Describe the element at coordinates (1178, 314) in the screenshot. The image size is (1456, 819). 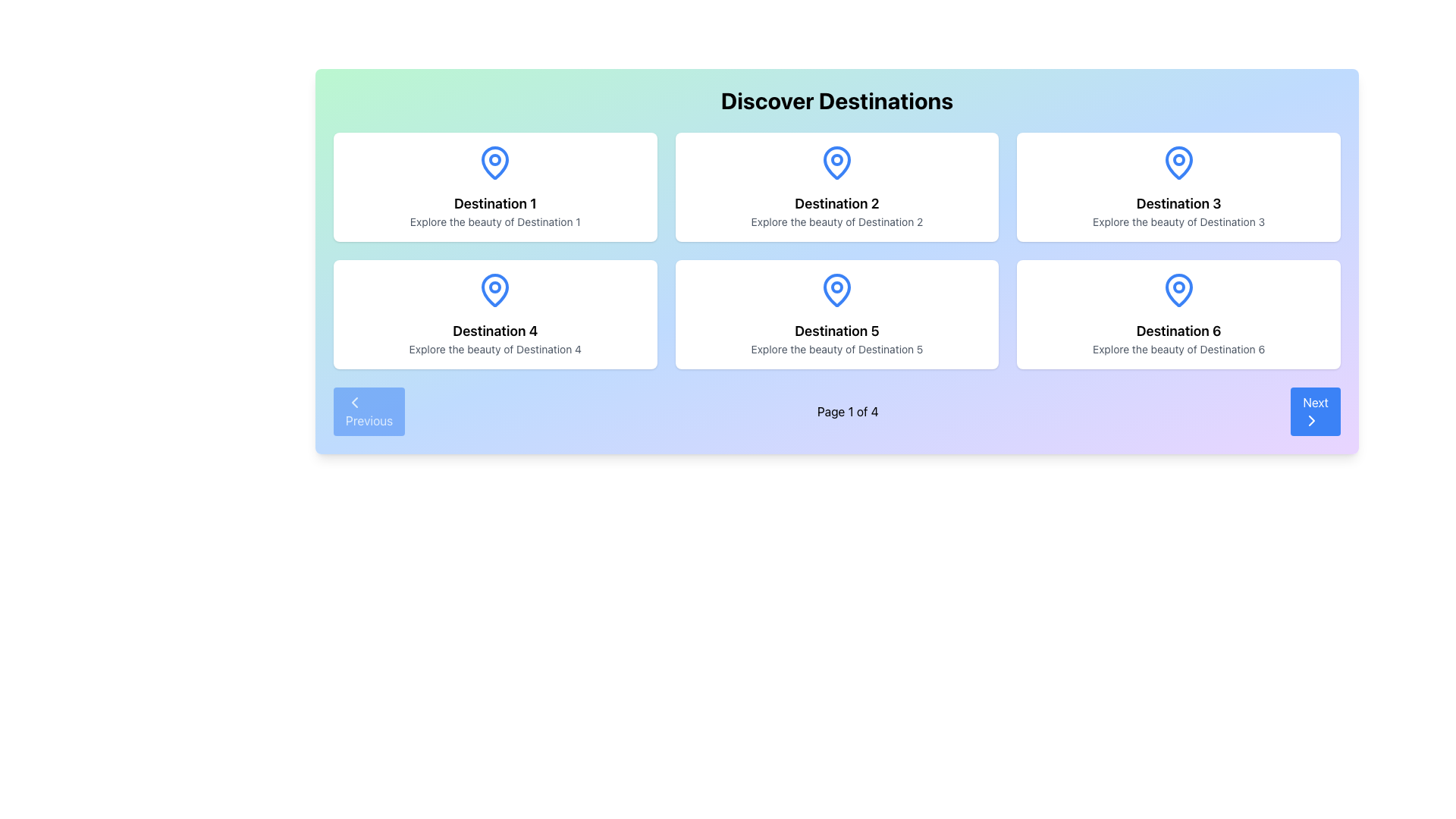
I see `the 'Destination 6' travel card located in the bottom-right corner of the grid` at that location.